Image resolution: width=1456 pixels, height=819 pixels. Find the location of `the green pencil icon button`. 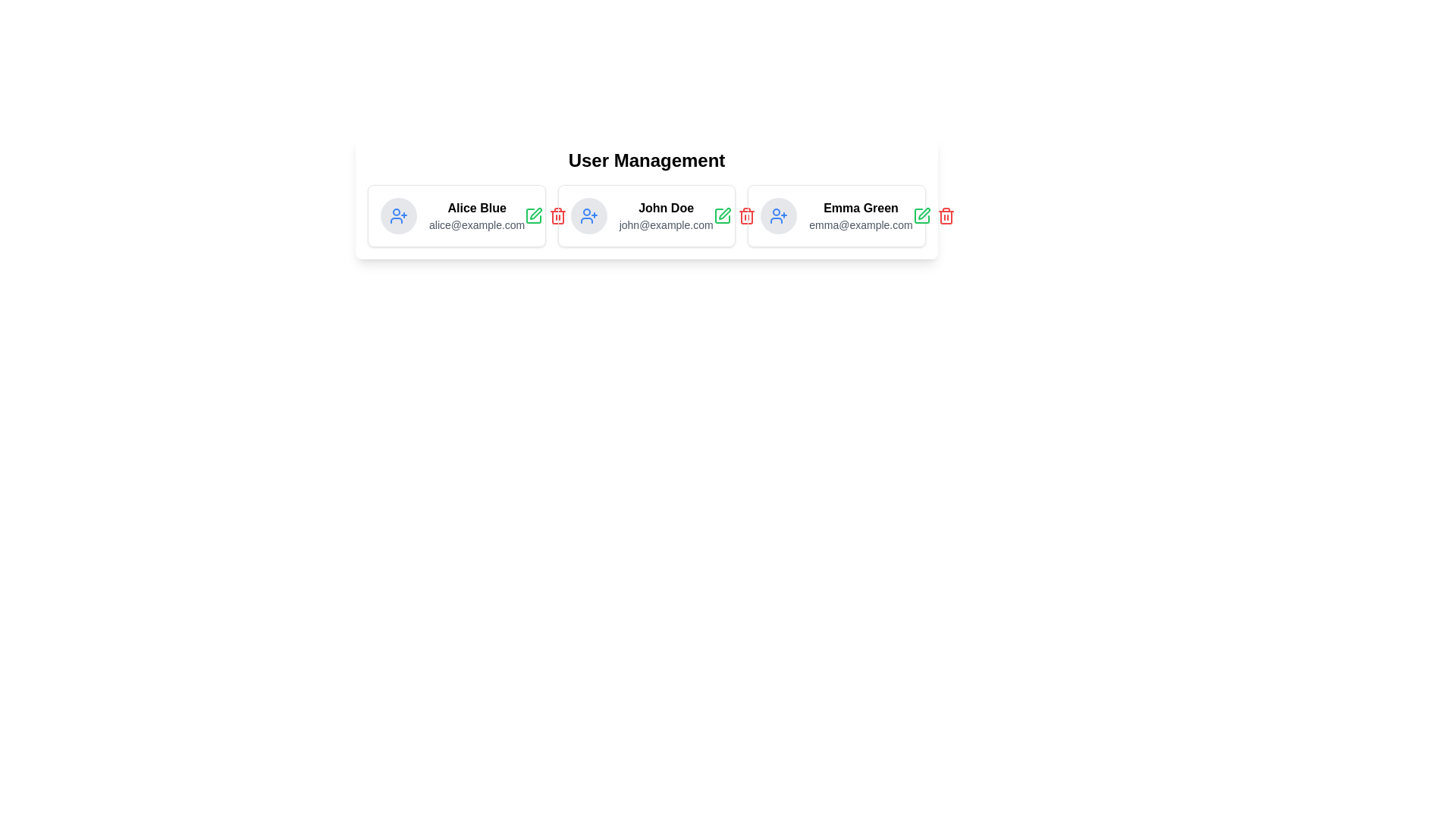

the green pencil icon button is located at coordinates (534, 216).